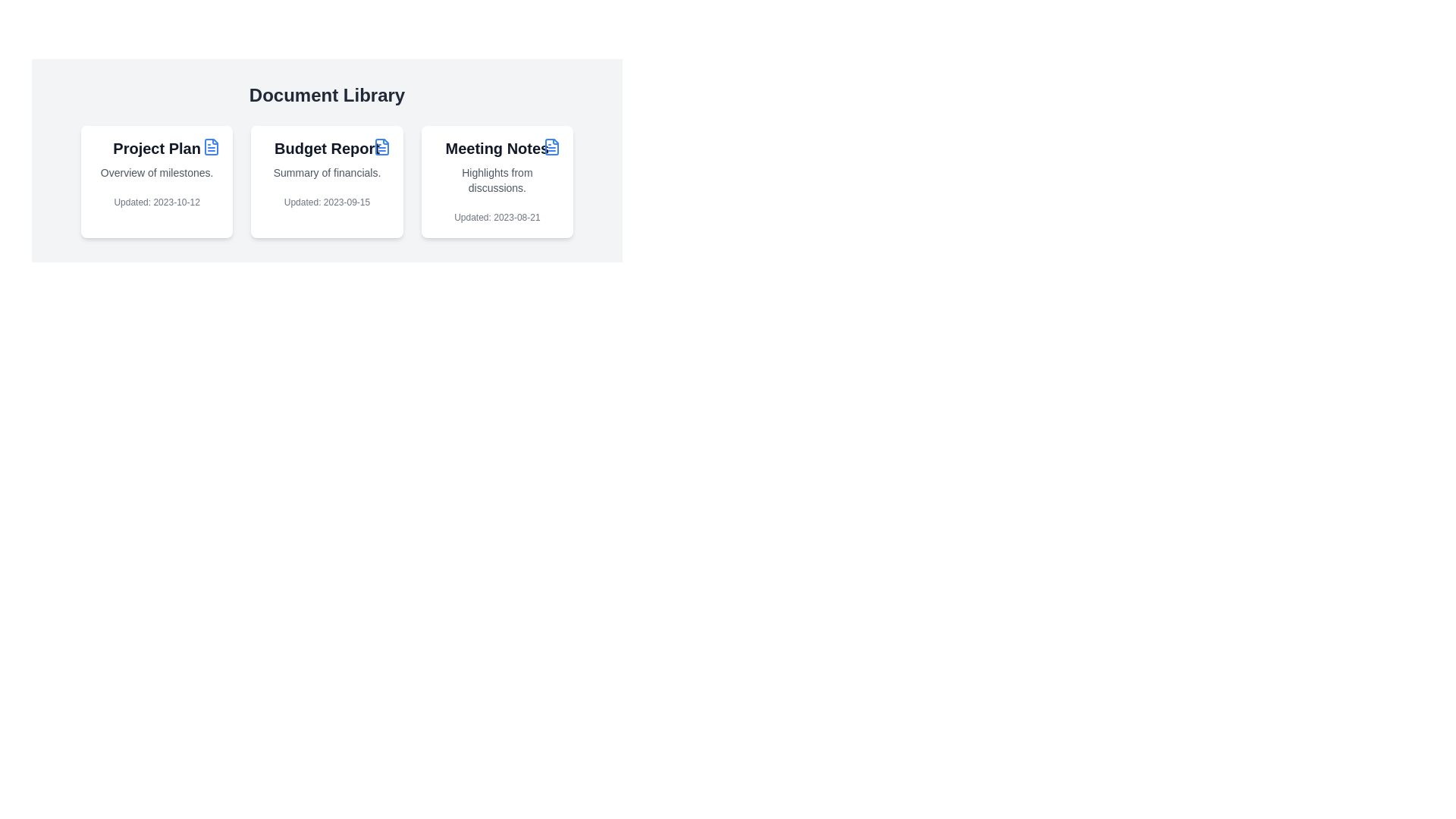 The width and height of the screenshot is (1456, 819). I want to click on the document file icon located in the first document card of the 'Document Library', so click(211, 146).